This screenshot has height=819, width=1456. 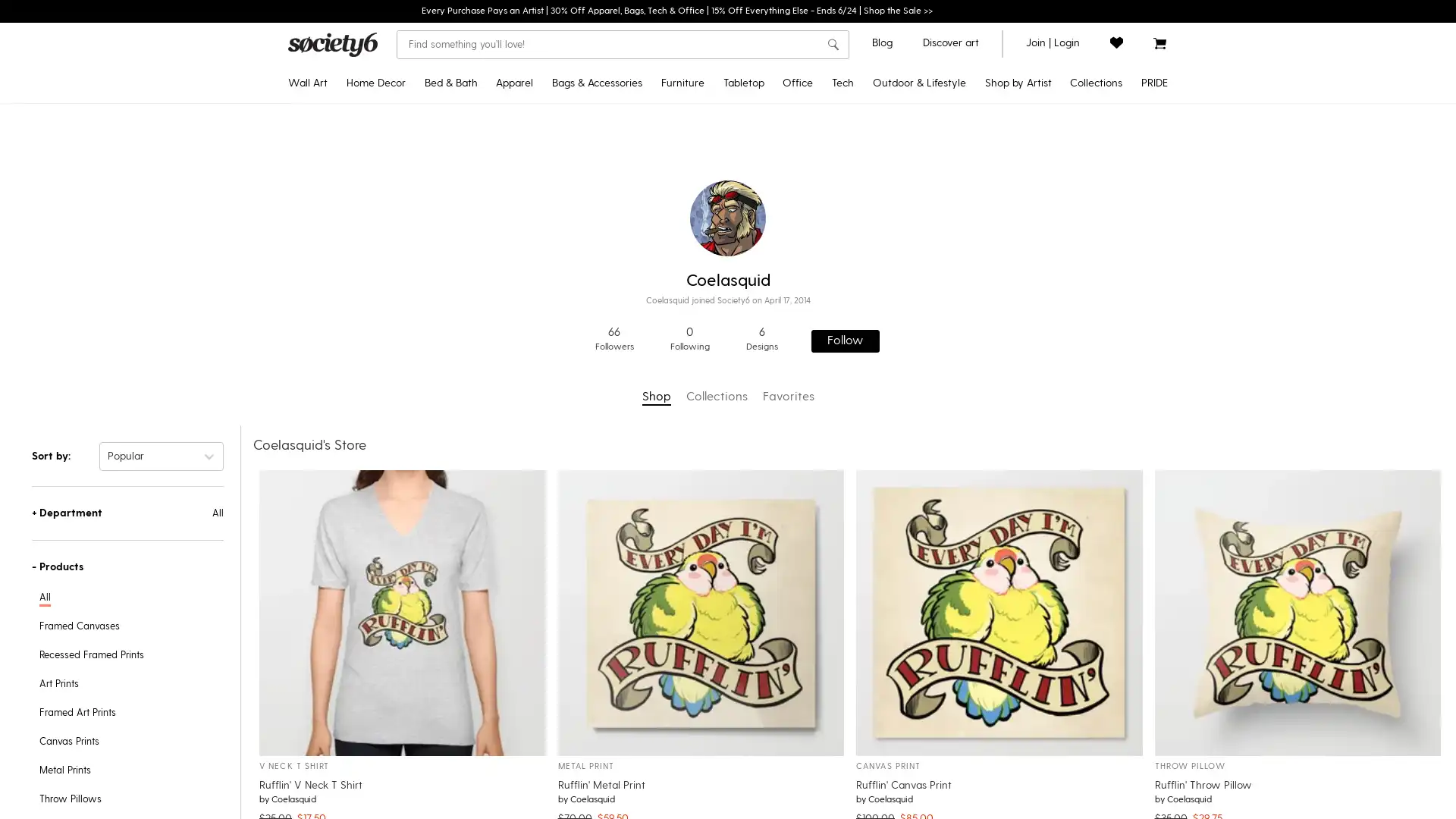 What do you see at coordinates (977, 243) in the screenshot?
I see `Discover LGBTQIA+ Artists` at bounding box center [977, 243].